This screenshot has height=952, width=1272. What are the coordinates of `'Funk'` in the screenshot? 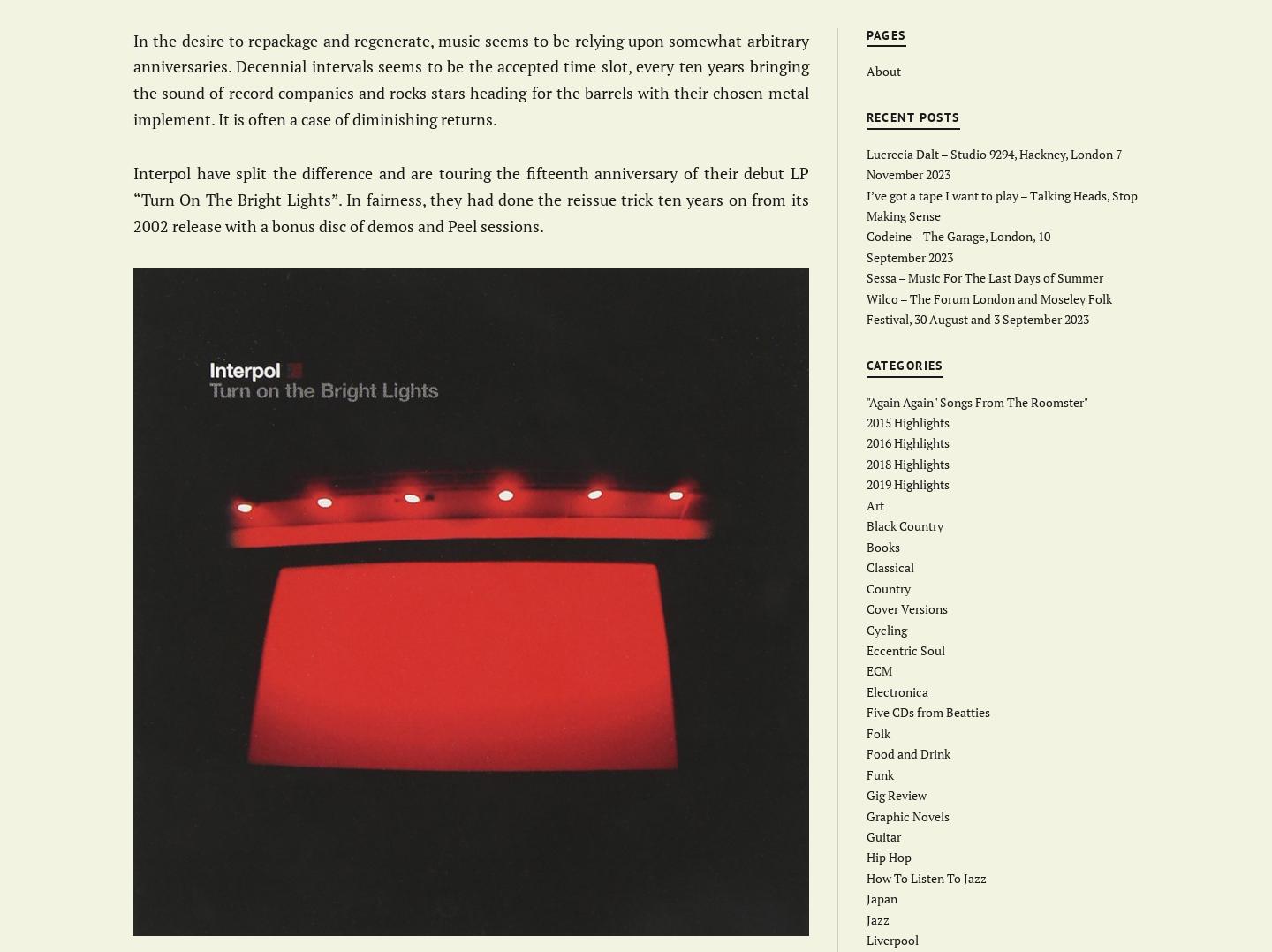 It's located at (865, 773).